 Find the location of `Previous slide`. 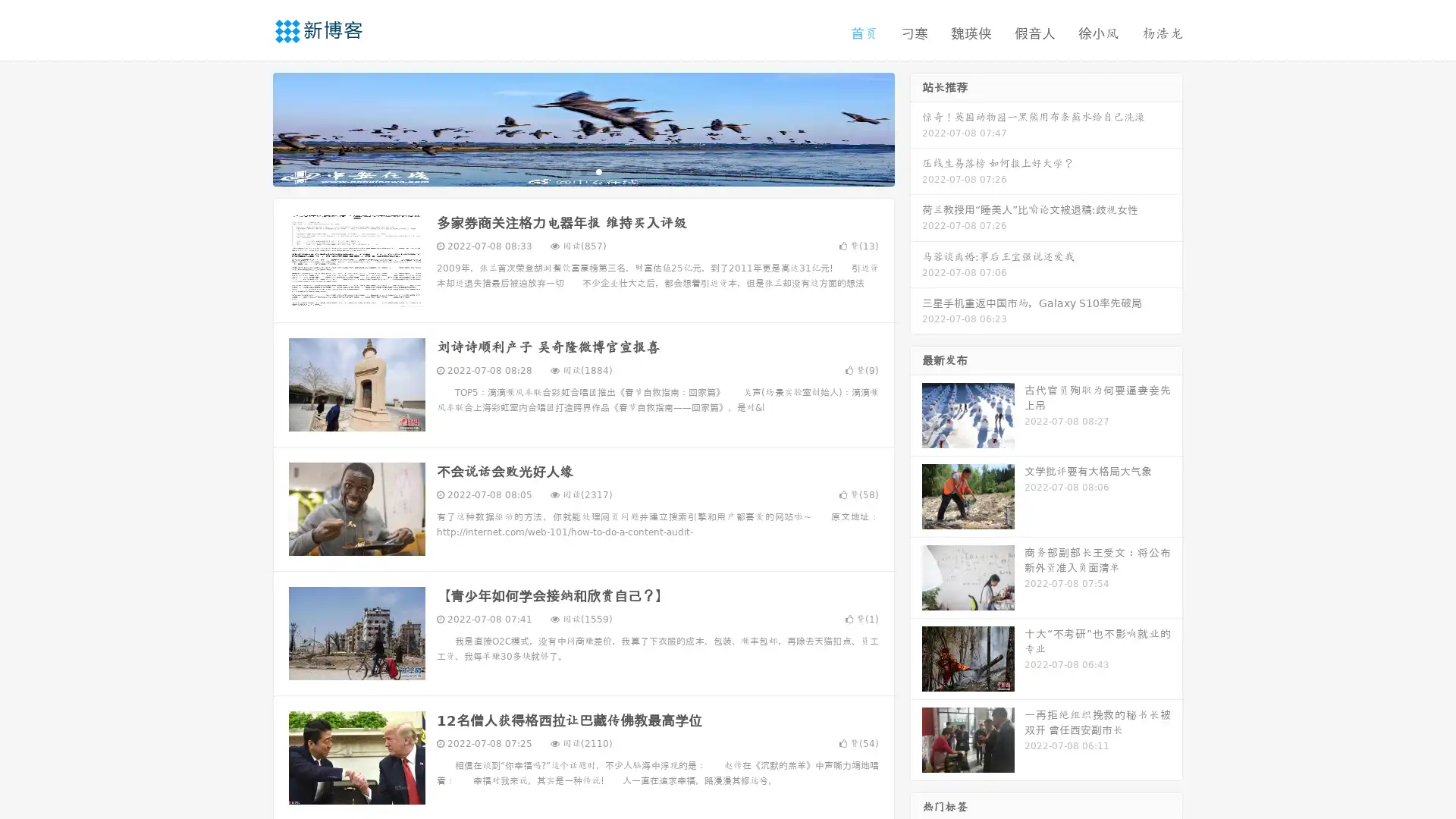

Previous slide is located at coordinates (250, 127).